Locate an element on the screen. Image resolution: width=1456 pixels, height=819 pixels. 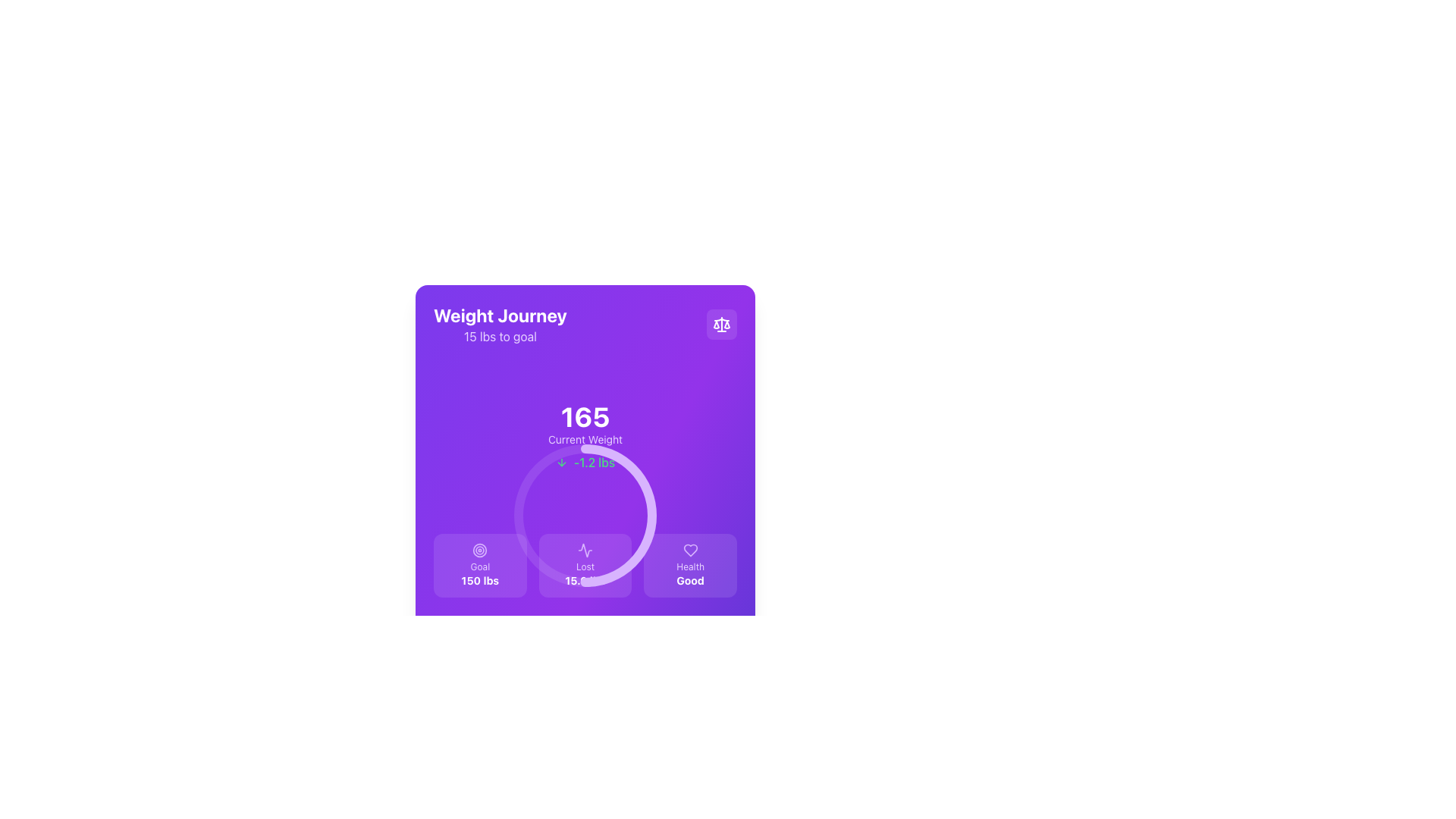
the text label that displays the numerical target of weight to lose in pounds, which is located directly beneath the 'Weight Journey' header in the weight-tracking application is located at coordinates (500, 335).